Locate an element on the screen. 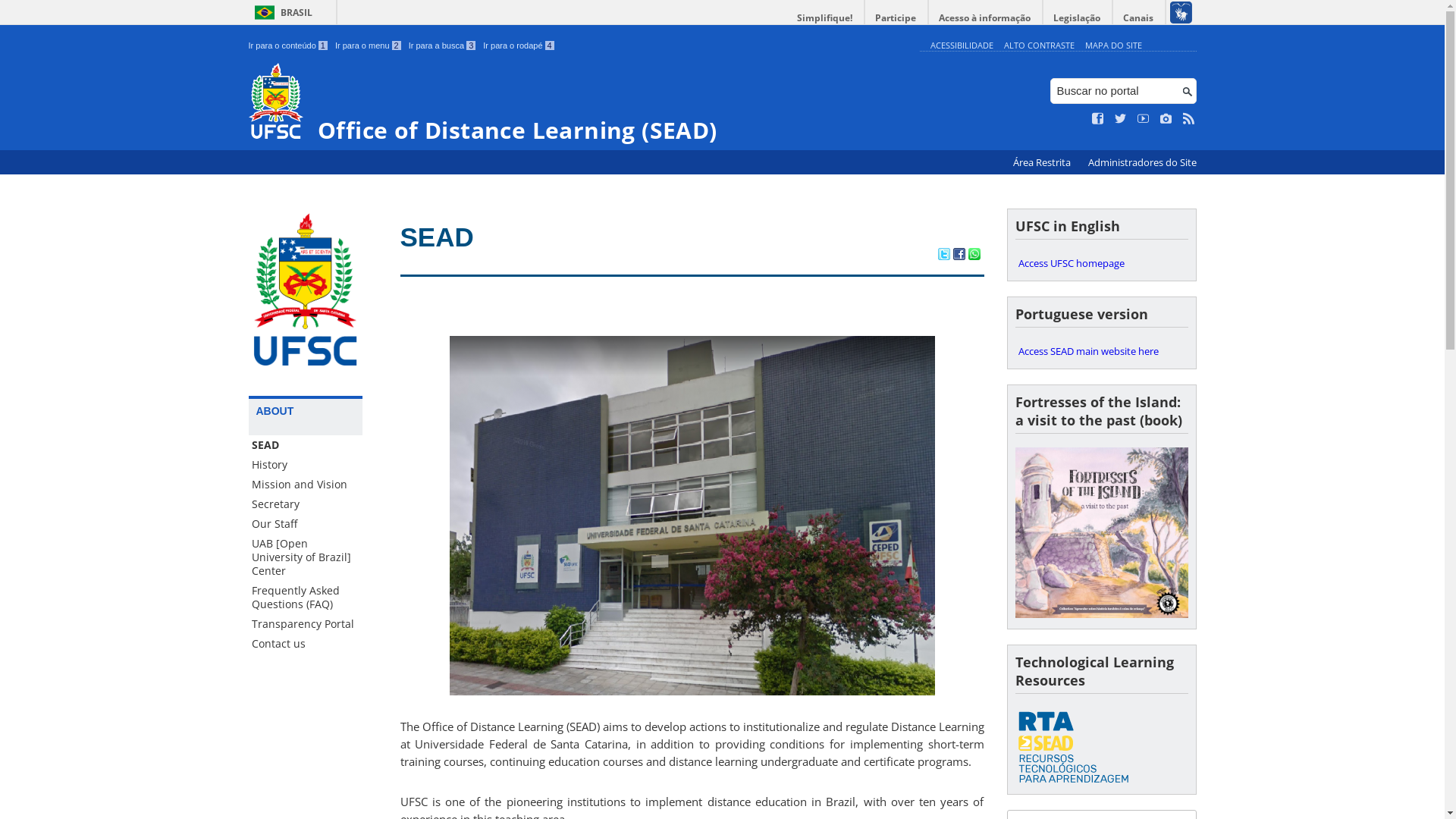 The image size is (1456, 819). 'Our Staff' is located at coordinates (248, 522).